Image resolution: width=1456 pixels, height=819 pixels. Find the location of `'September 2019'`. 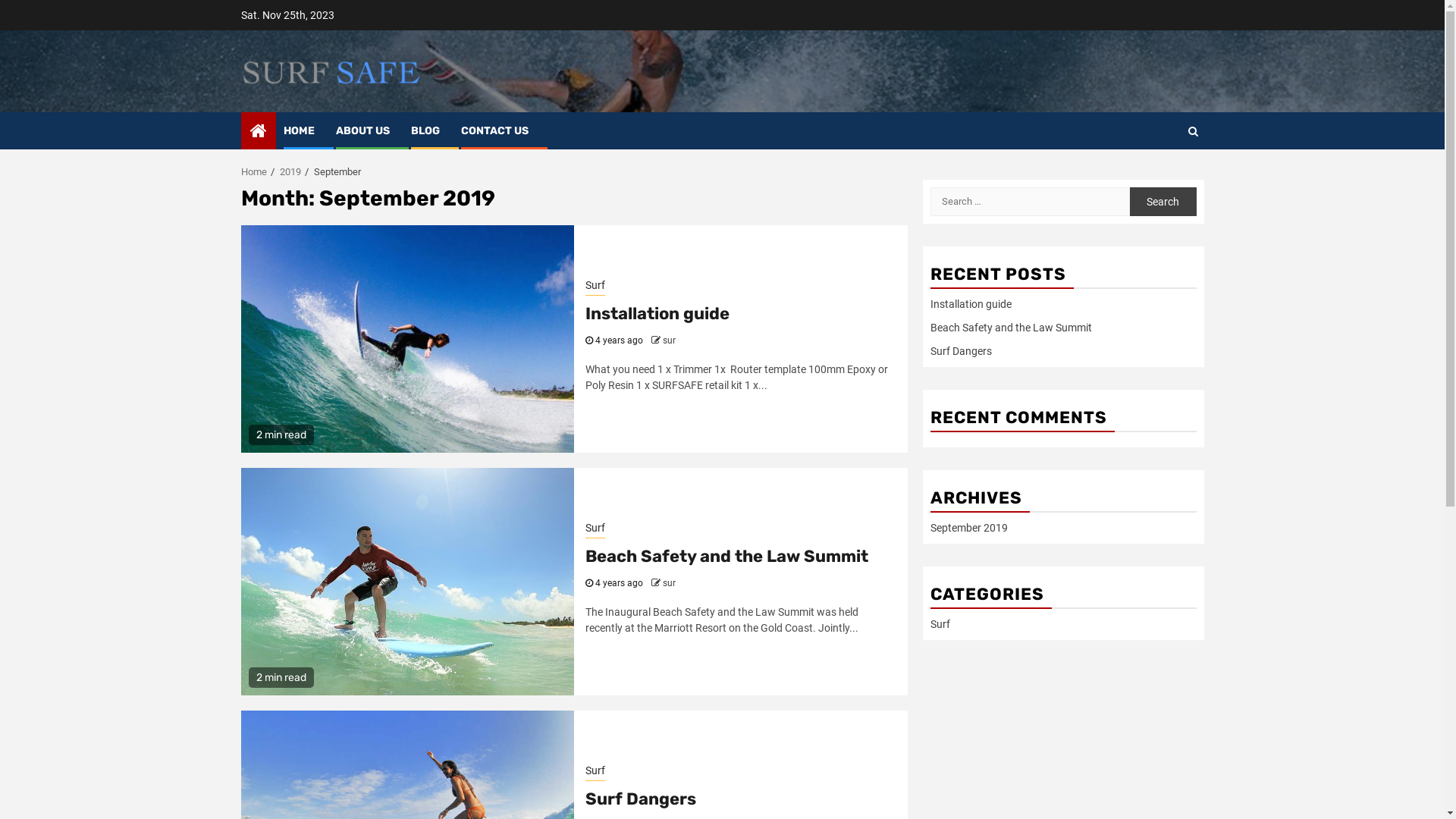

'September 2019' is located at coordinates (928, 526).